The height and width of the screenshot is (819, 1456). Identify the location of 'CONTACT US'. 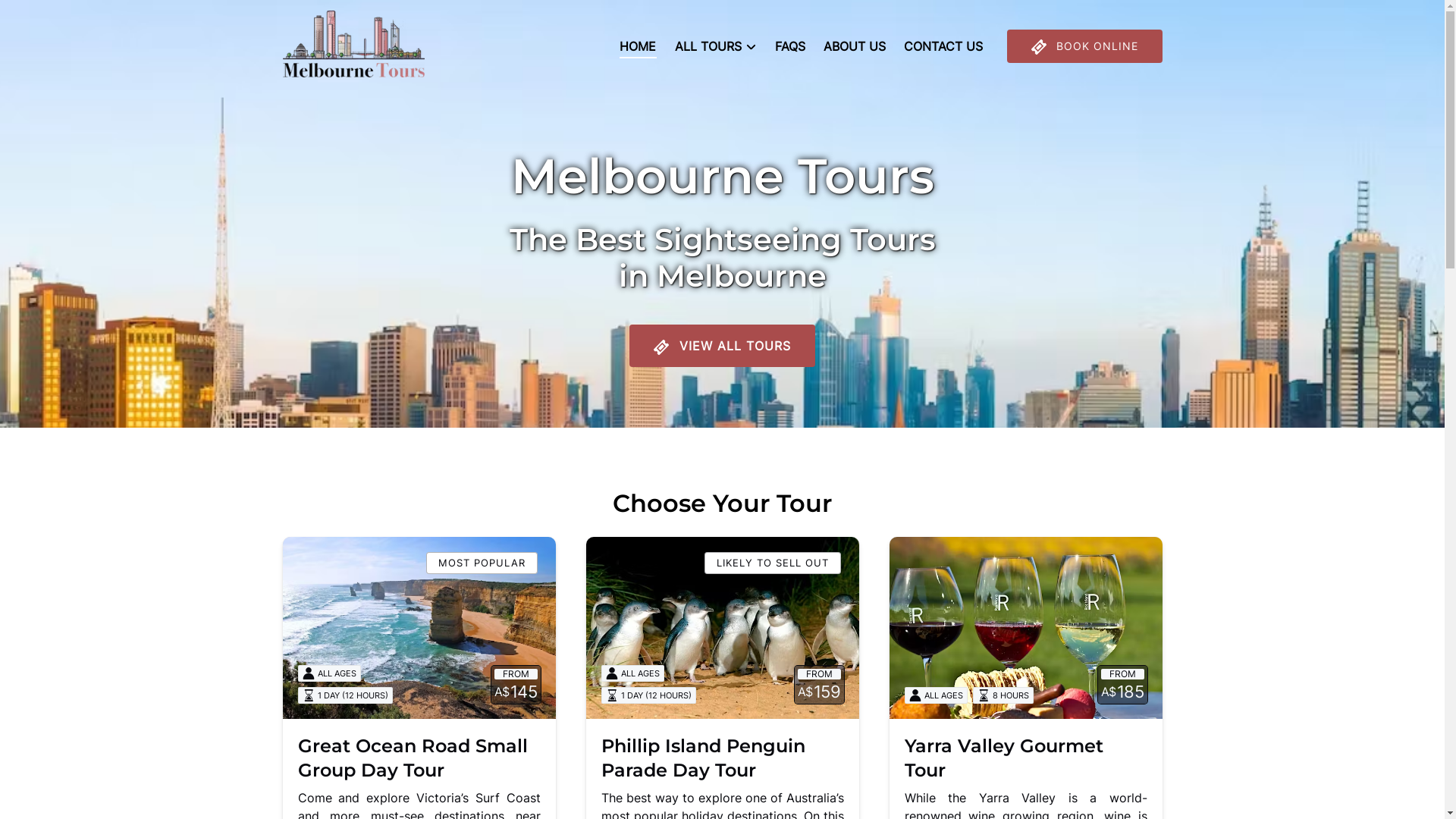
(942, 45).